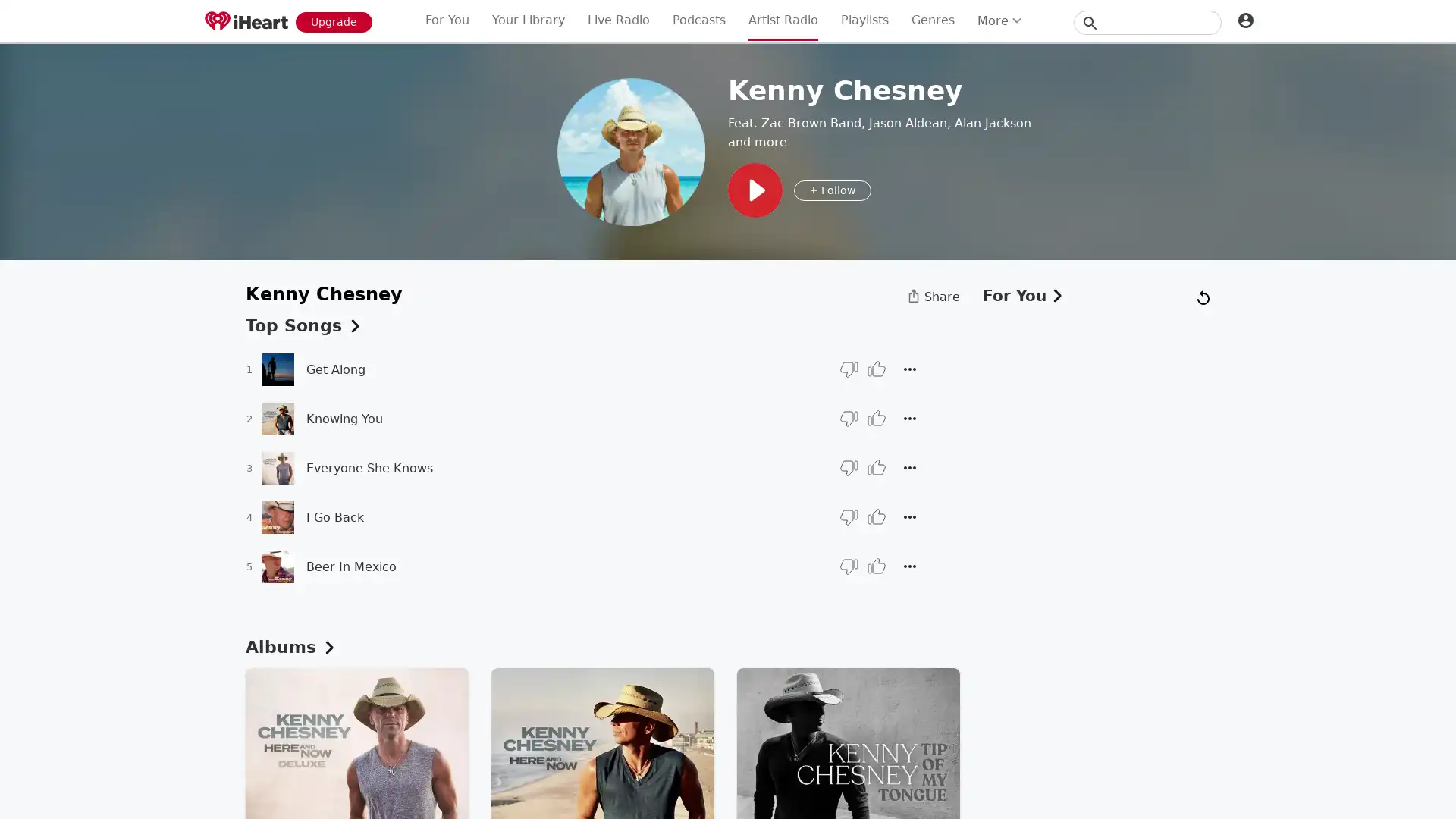  I want to click on Play, so click(277, 516).